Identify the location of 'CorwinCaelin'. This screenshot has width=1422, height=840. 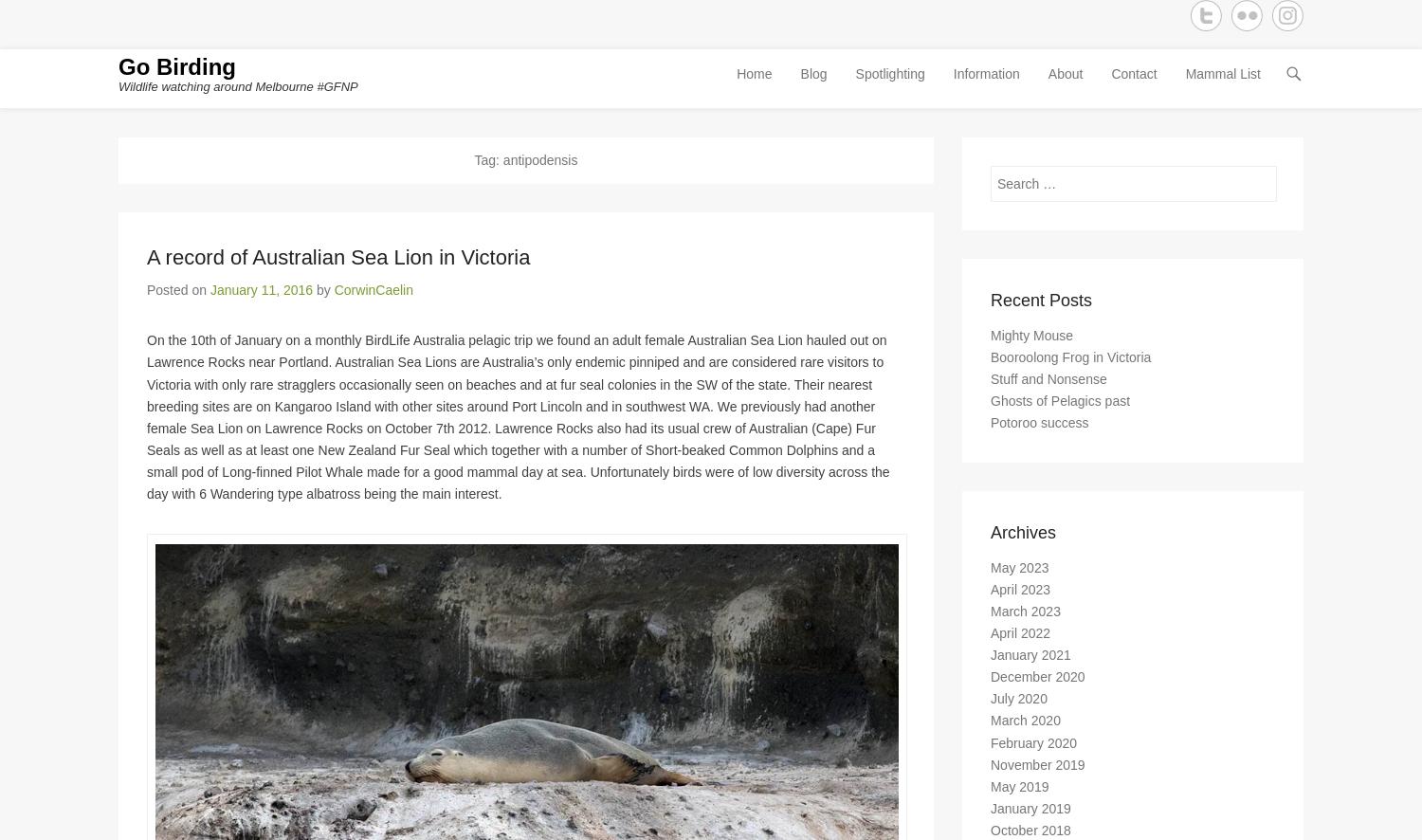
(373, 296).